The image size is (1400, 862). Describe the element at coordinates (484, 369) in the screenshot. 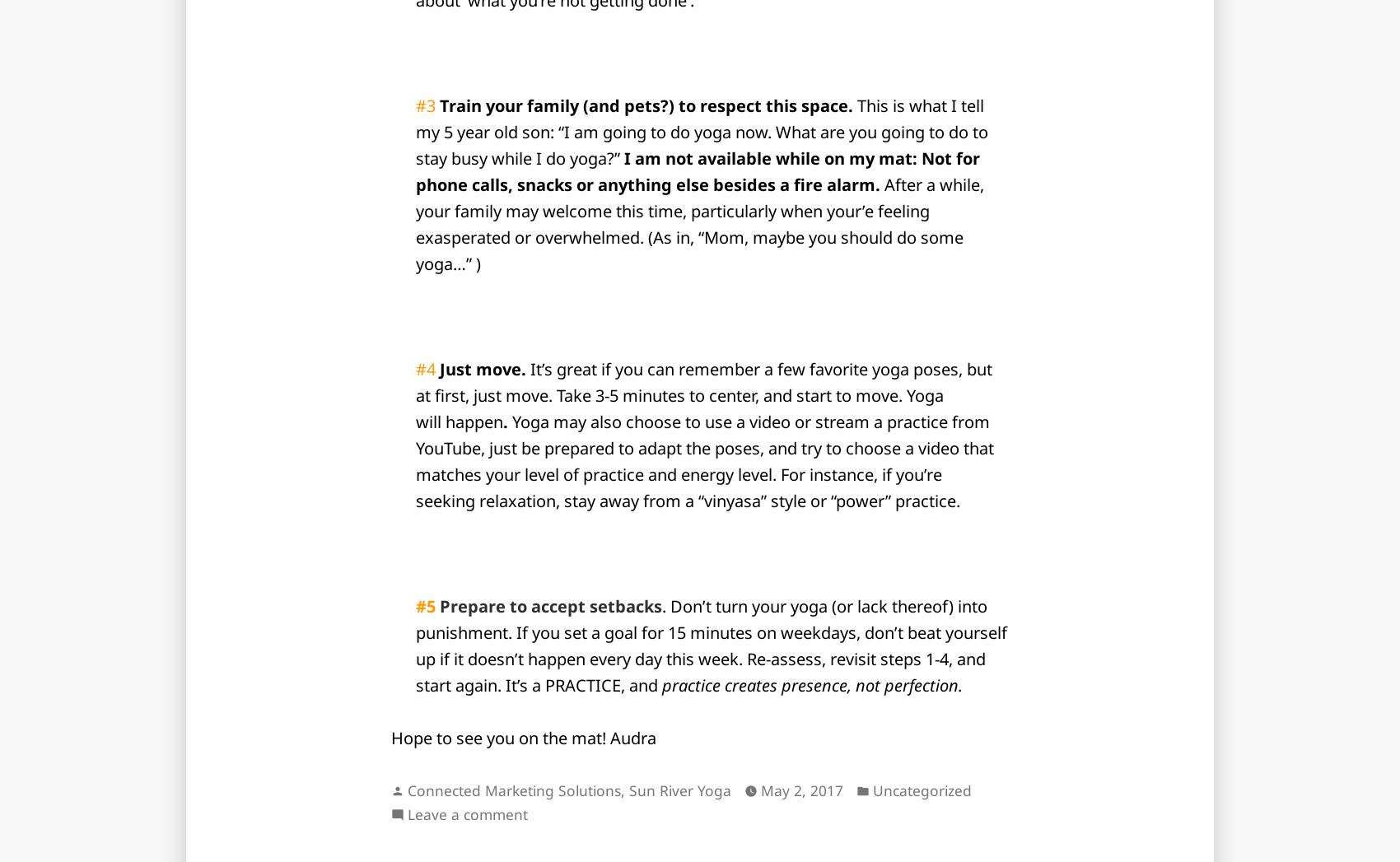

I see `'Just move.'` at that location.